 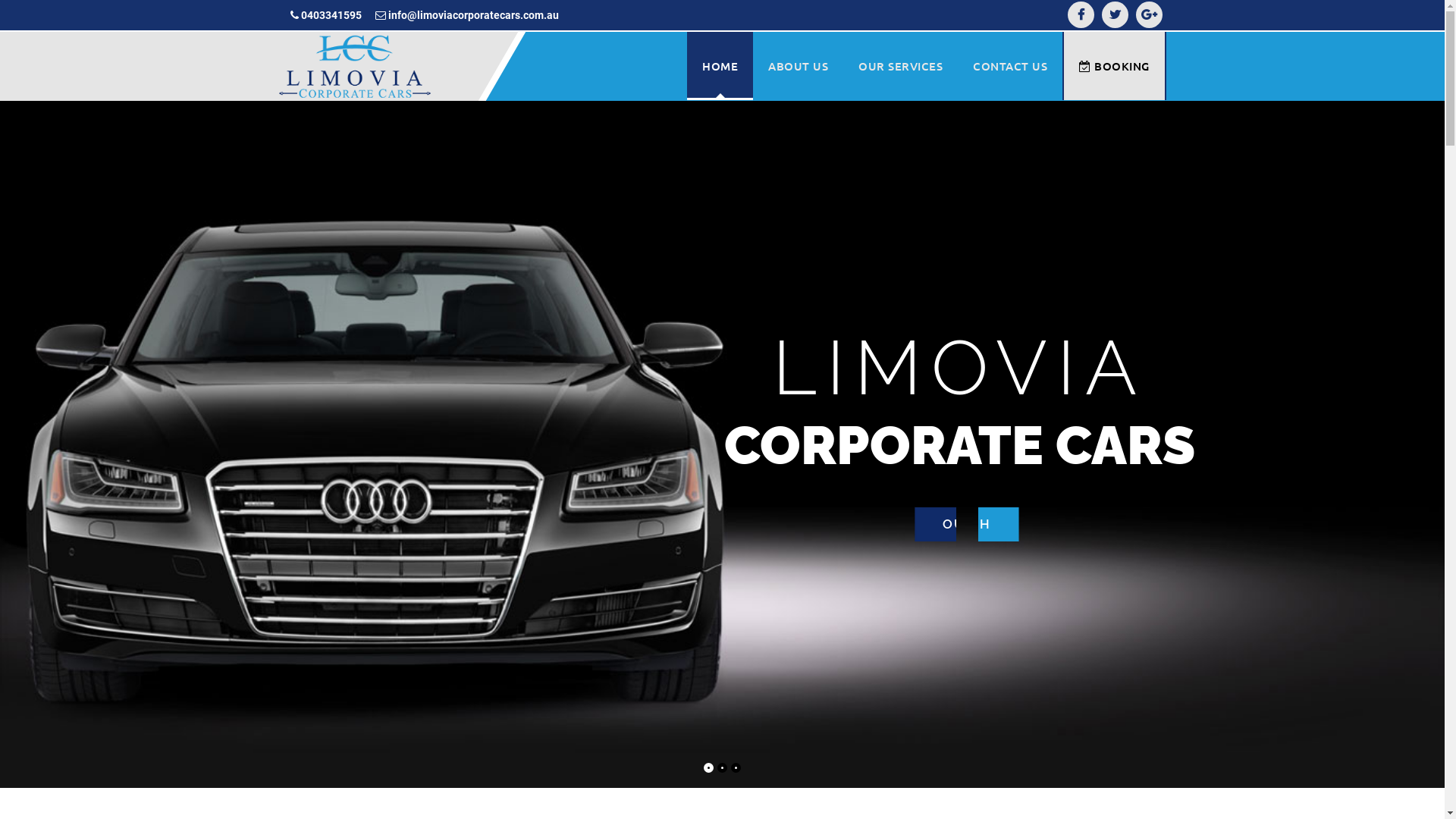 I want to click on 'Limovia corporate cars', so click(x=354, y=65).